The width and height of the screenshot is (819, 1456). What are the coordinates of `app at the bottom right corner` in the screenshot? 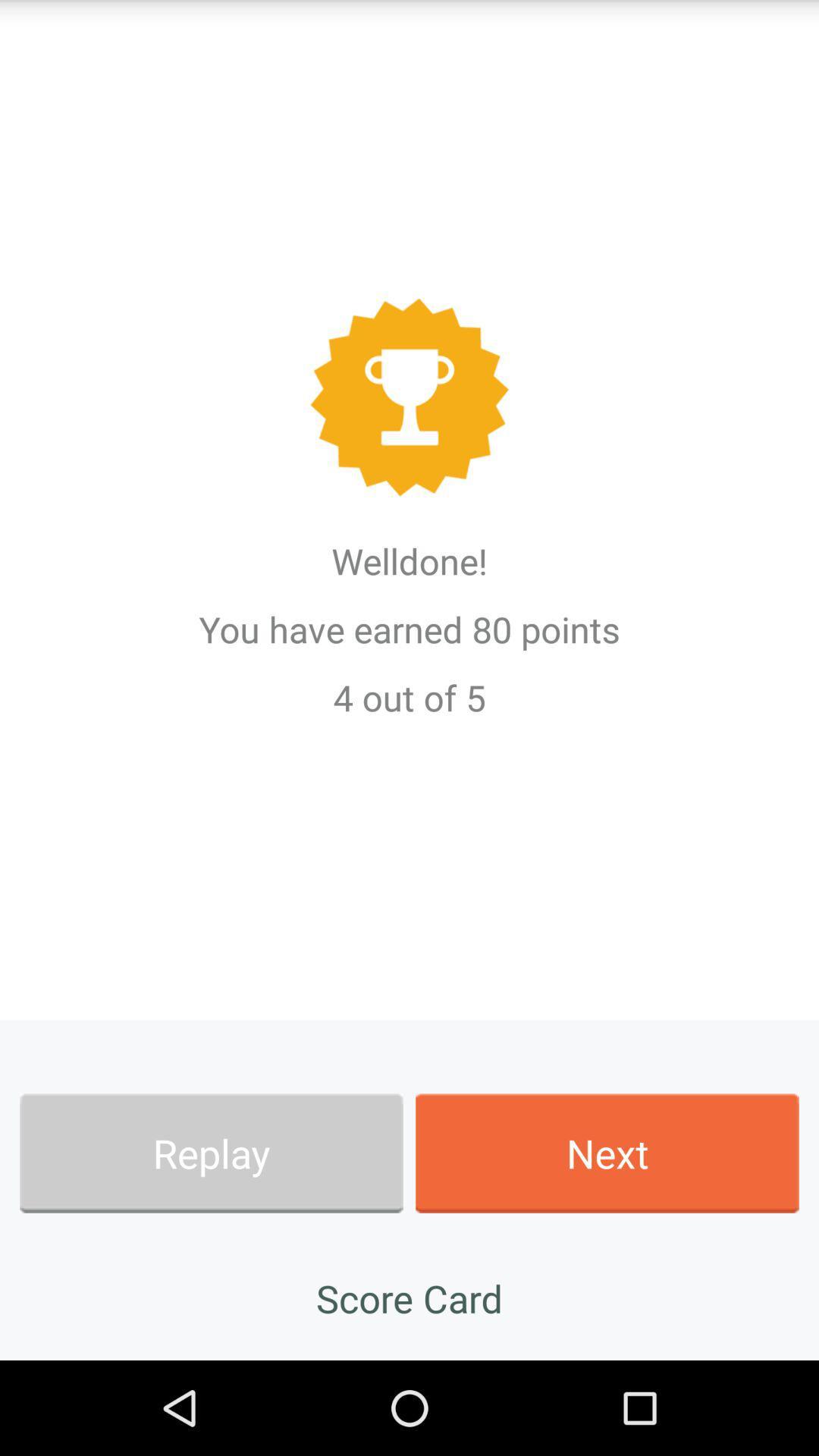 It's located at (607, 1153).